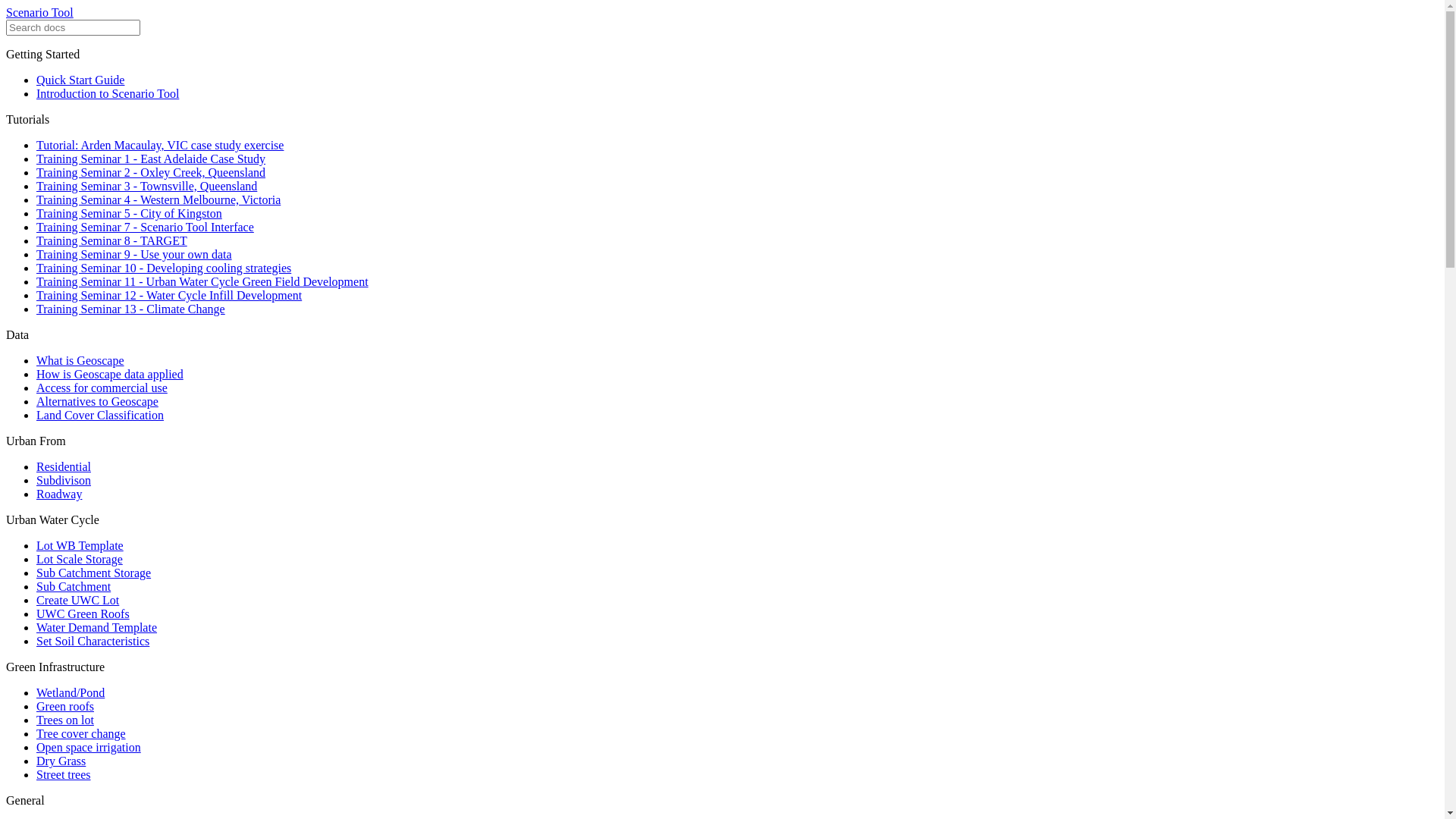  Describe the element at coordinates (79, 360) in the screenshot. I see `'What is Geoscape'` at that location.